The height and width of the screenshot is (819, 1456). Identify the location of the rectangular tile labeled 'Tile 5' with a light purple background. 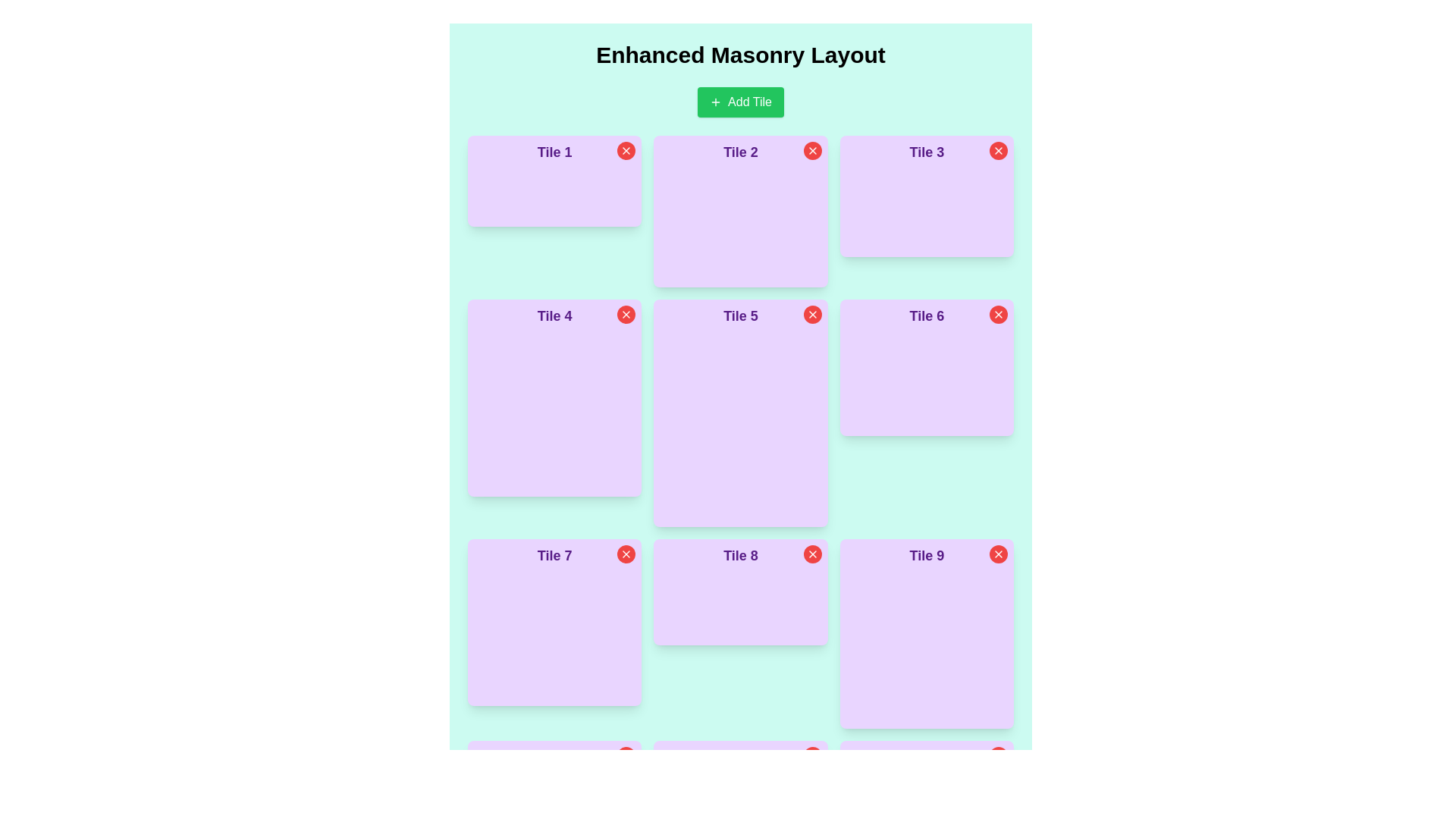
(740, 413).